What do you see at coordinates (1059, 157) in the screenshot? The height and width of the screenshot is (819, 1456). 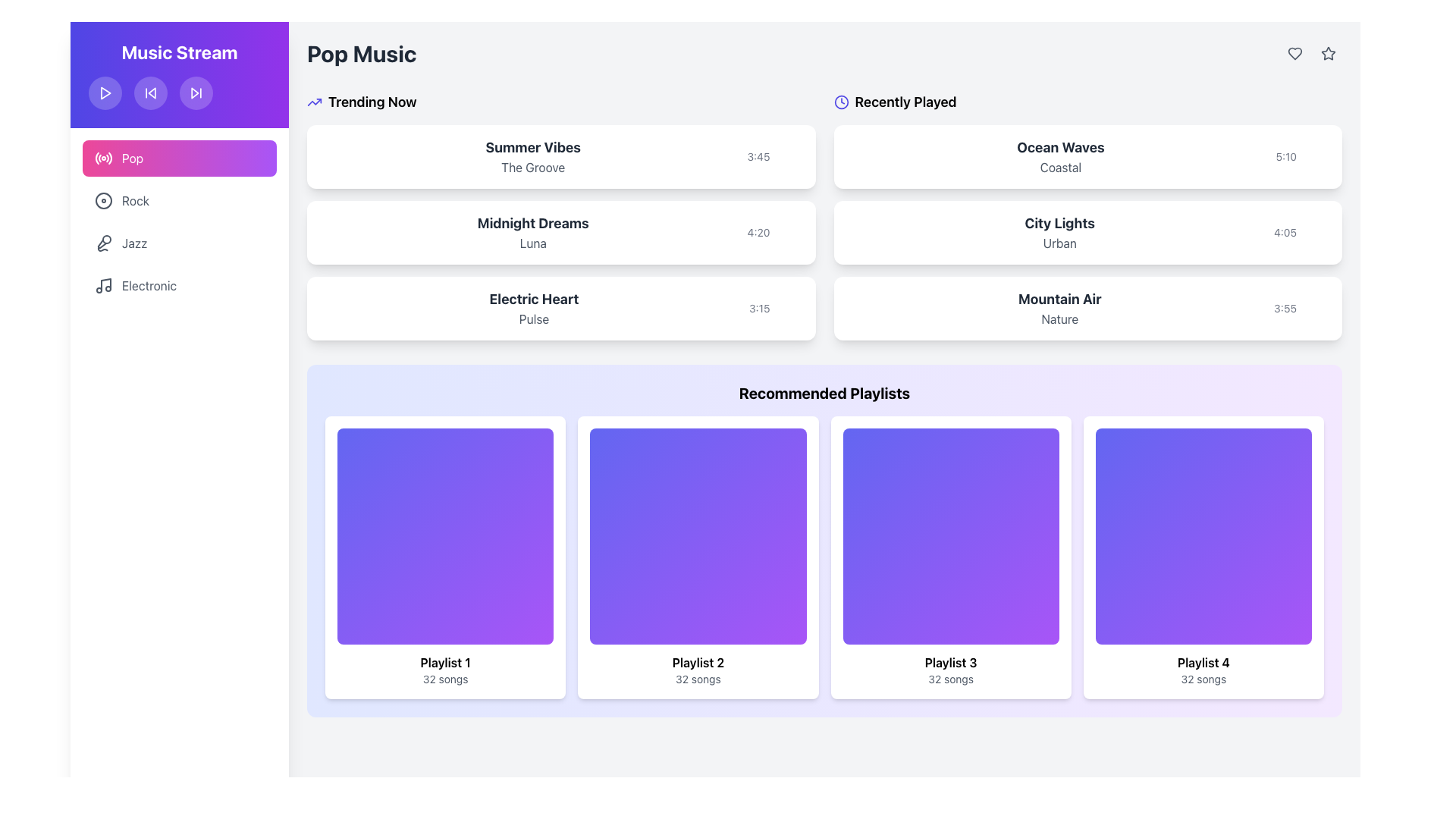 I see `the text block titled 'Ocean Waves' with the subtitle 'Coastal' located in the 'Recently Played' section, positioned at the second row` at bounding box center [1059, 157].